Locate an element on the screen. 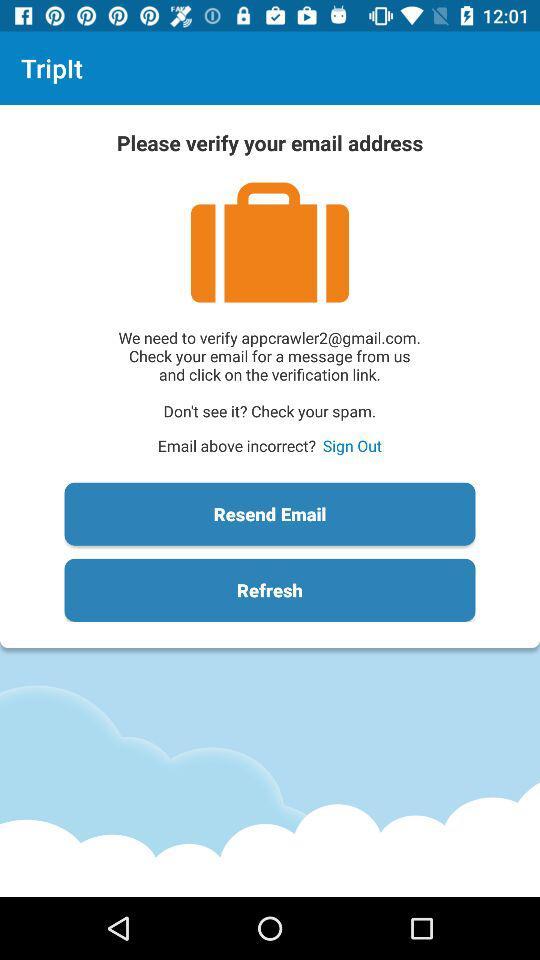 Image resolution: width=540 pixels, height=960 pixels. item below resend email icon is located at coordinates (270, 590).